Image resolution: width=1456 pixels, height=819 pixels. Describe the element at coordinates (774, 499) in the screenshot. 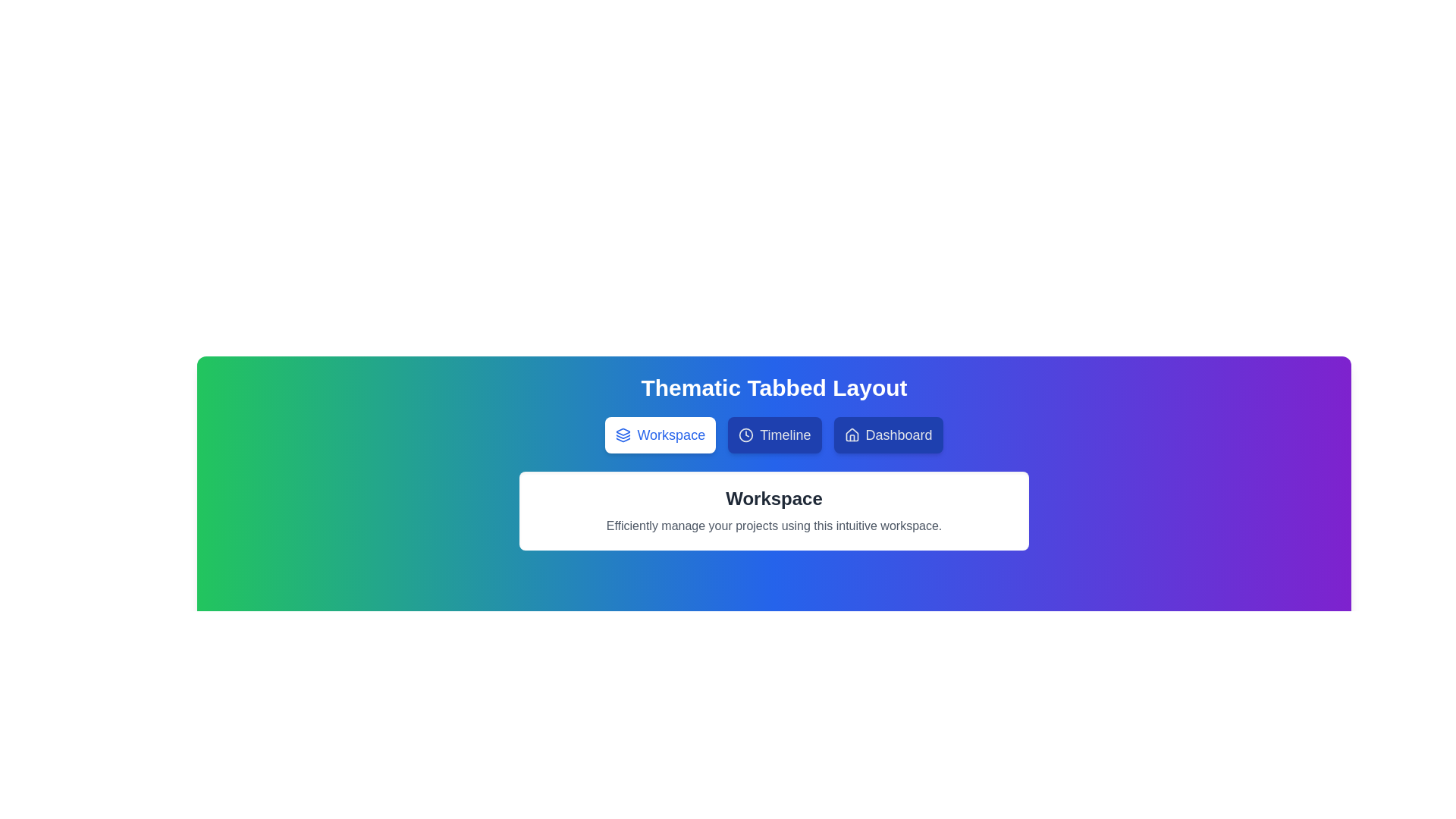

I see `the bold 'Workspace' header text, which is the main heading in a white box against a gradient background` at that location.